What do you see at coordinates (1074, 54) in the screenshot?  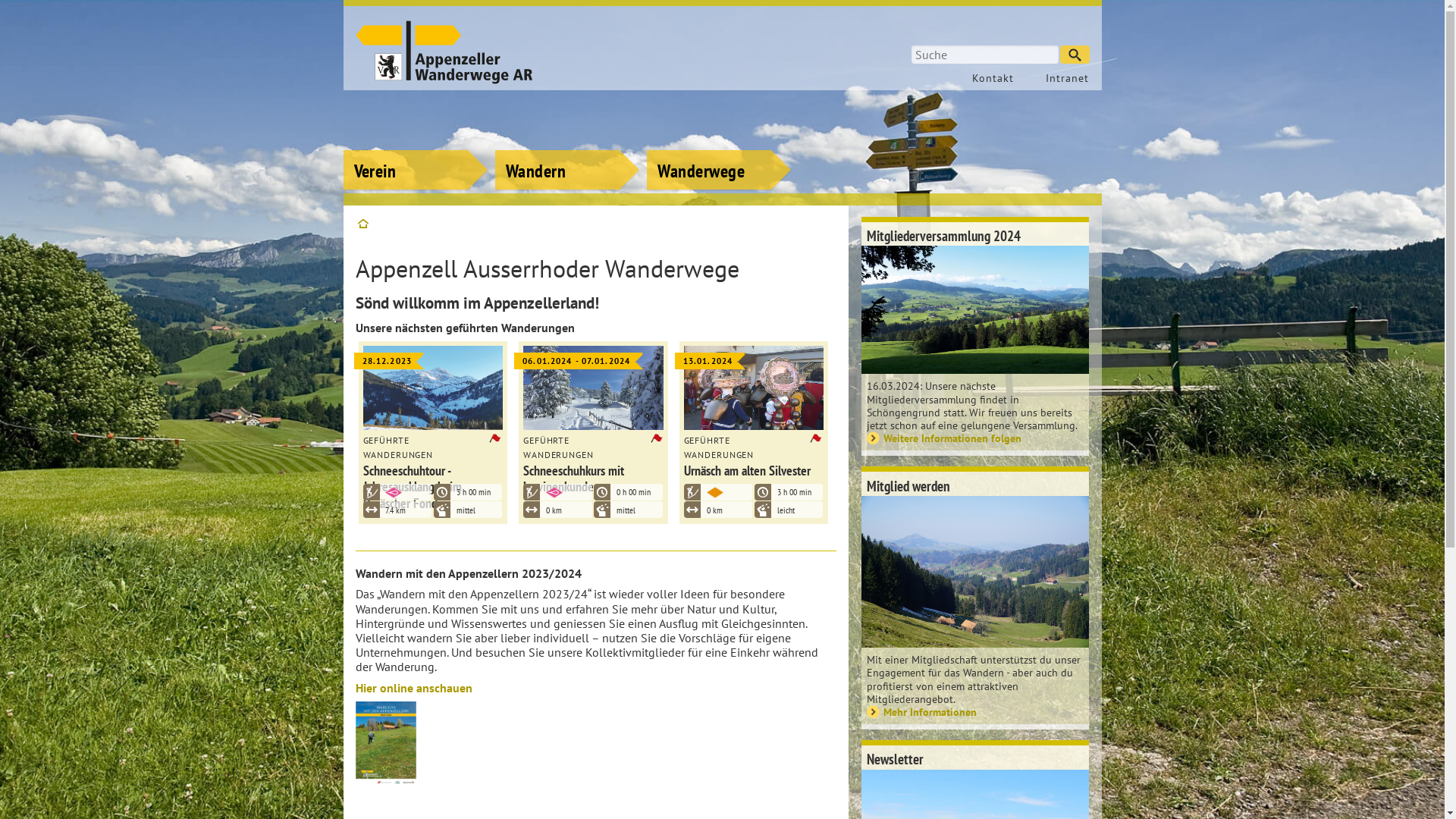 I see `'Suchen'` at bounding box center [1074, 54].